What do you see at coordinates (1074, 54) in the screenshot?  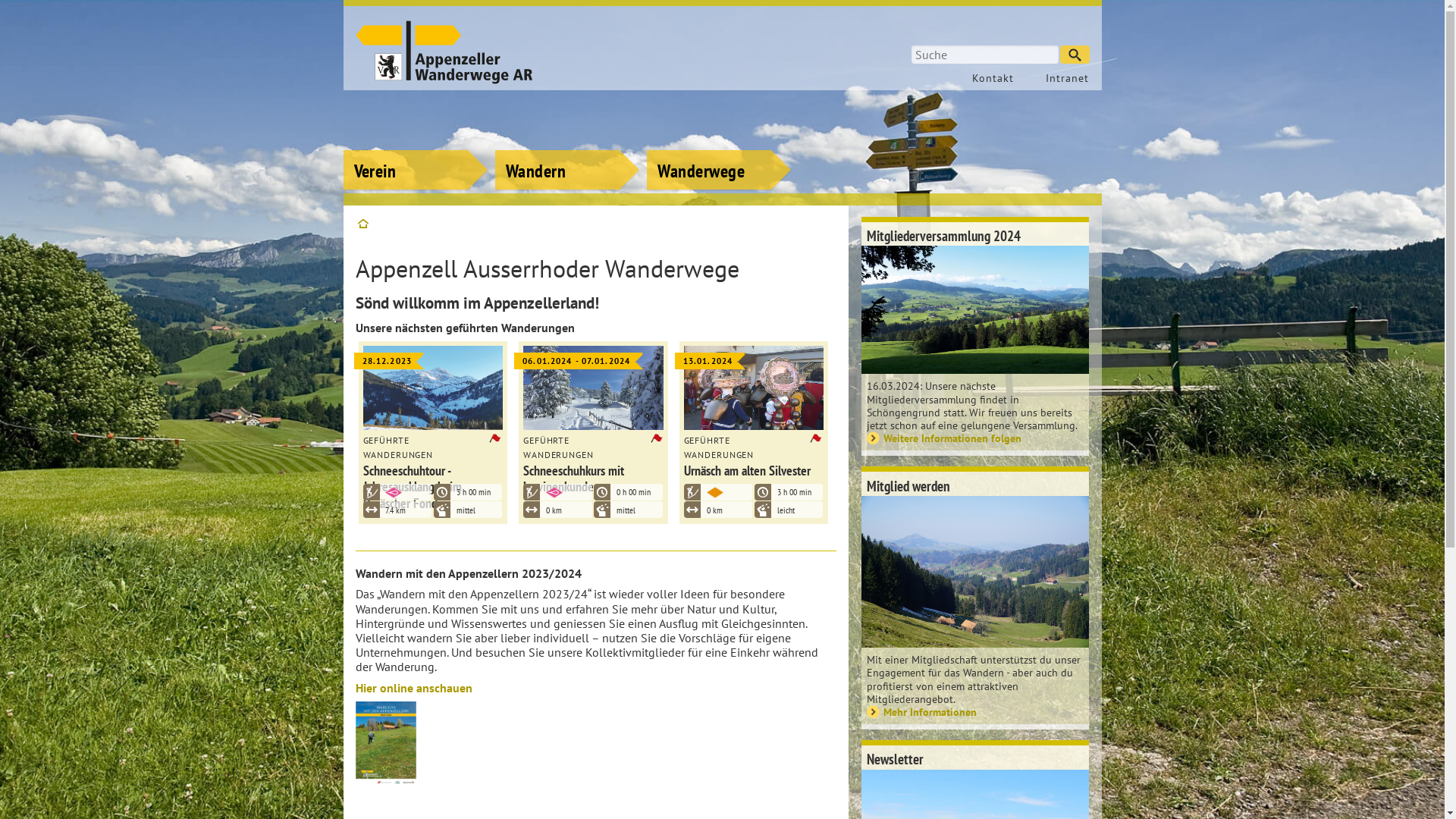 I see `'Suchen'` at bounding box center [1074, 54].